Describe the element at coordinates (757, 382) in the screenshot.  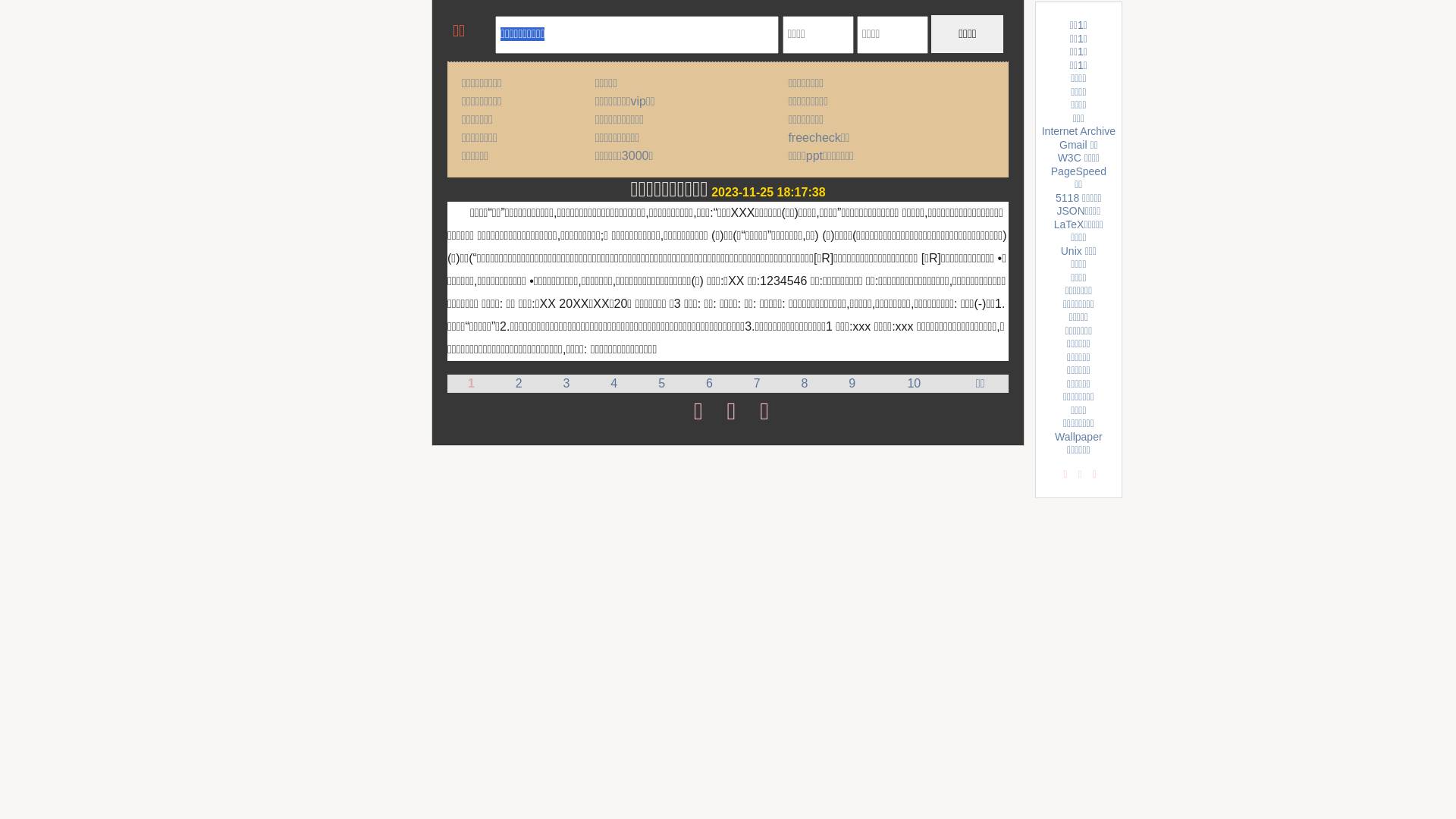
I see `'7'` at that location.